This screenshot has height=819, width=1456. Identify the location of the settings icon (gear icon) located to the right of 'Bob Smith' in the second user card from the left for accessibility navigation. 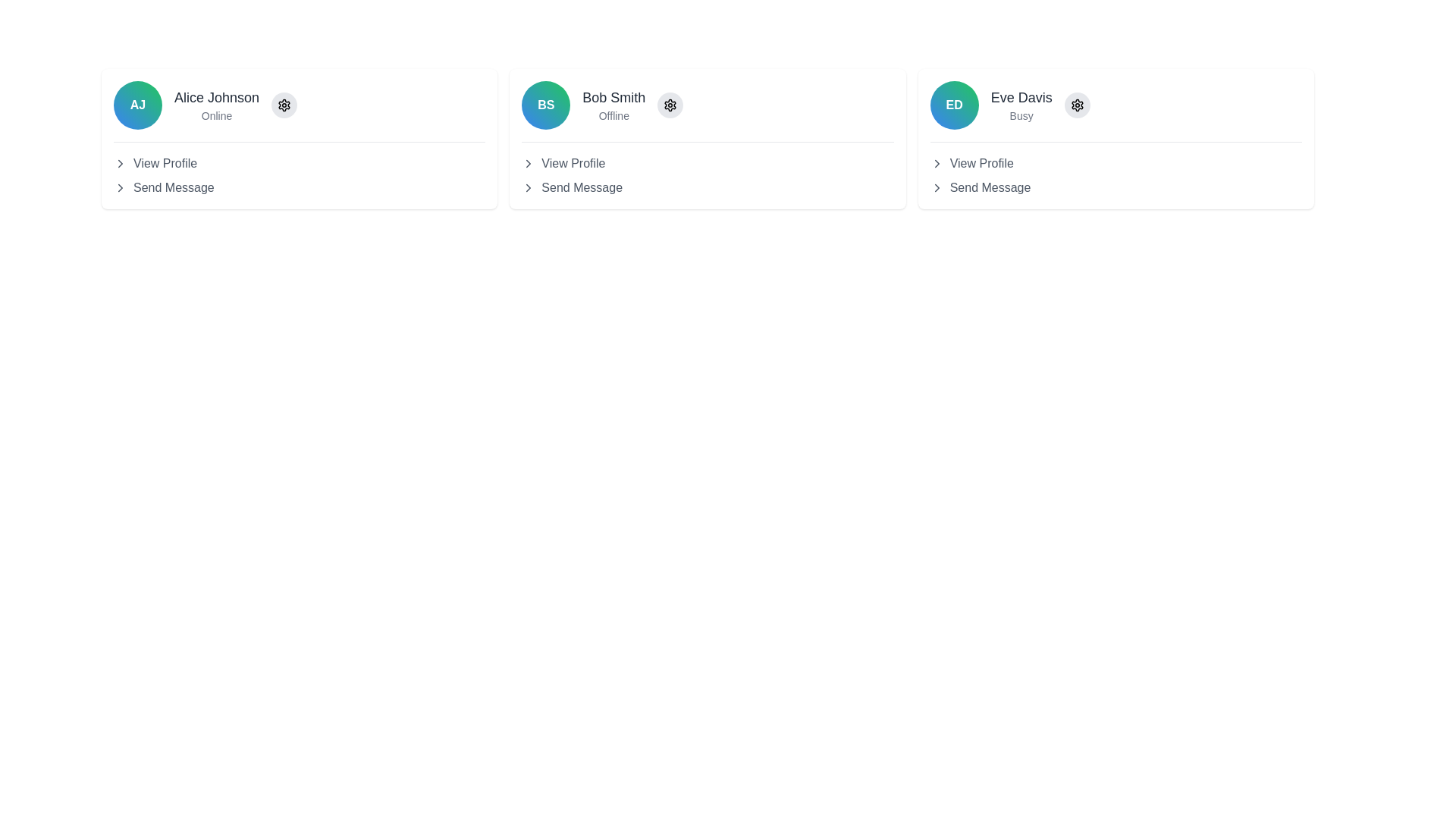
(670, 104).